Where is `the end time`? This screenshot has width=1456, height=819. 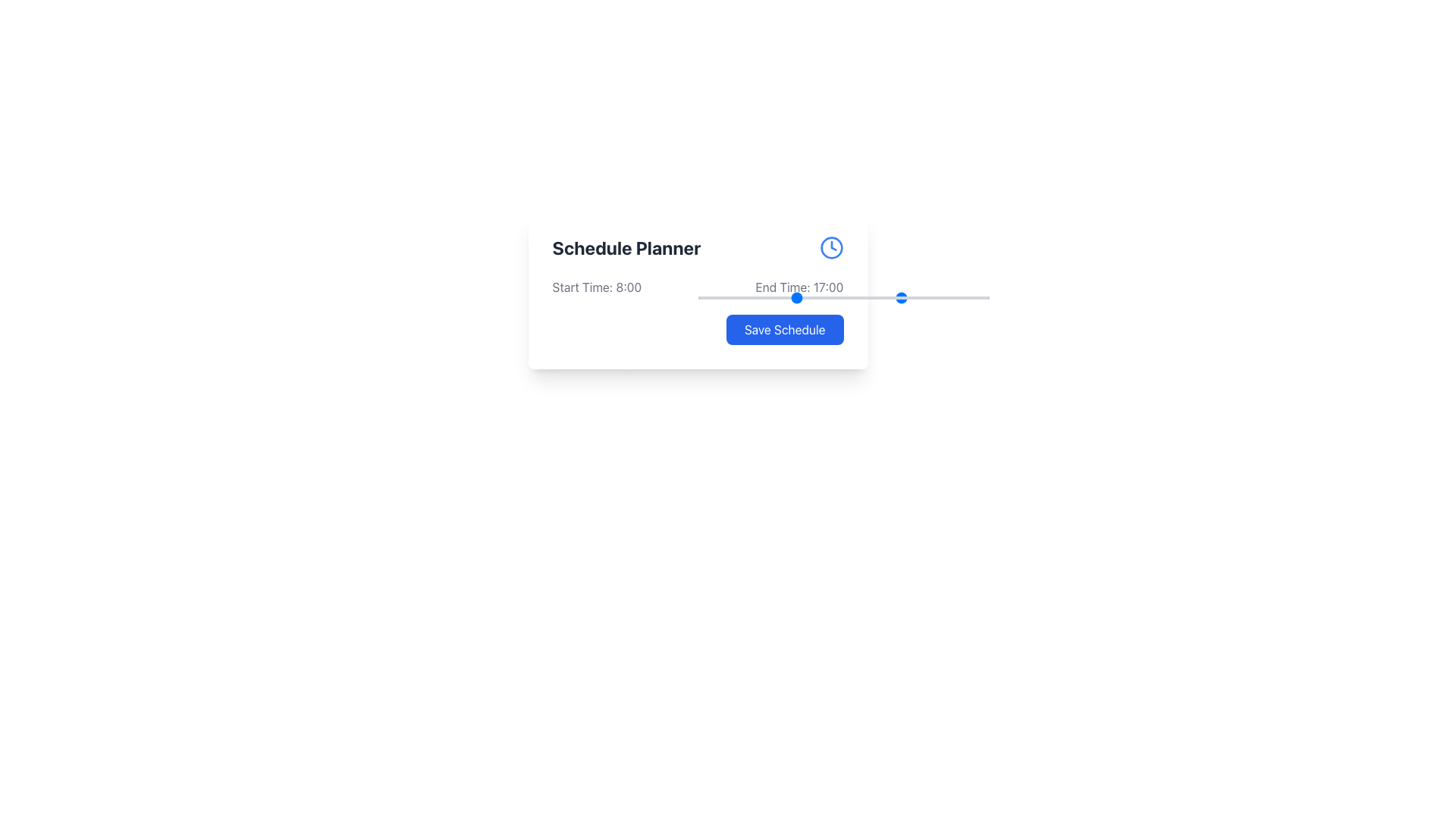
the end time is located at coordinates (830, 298).